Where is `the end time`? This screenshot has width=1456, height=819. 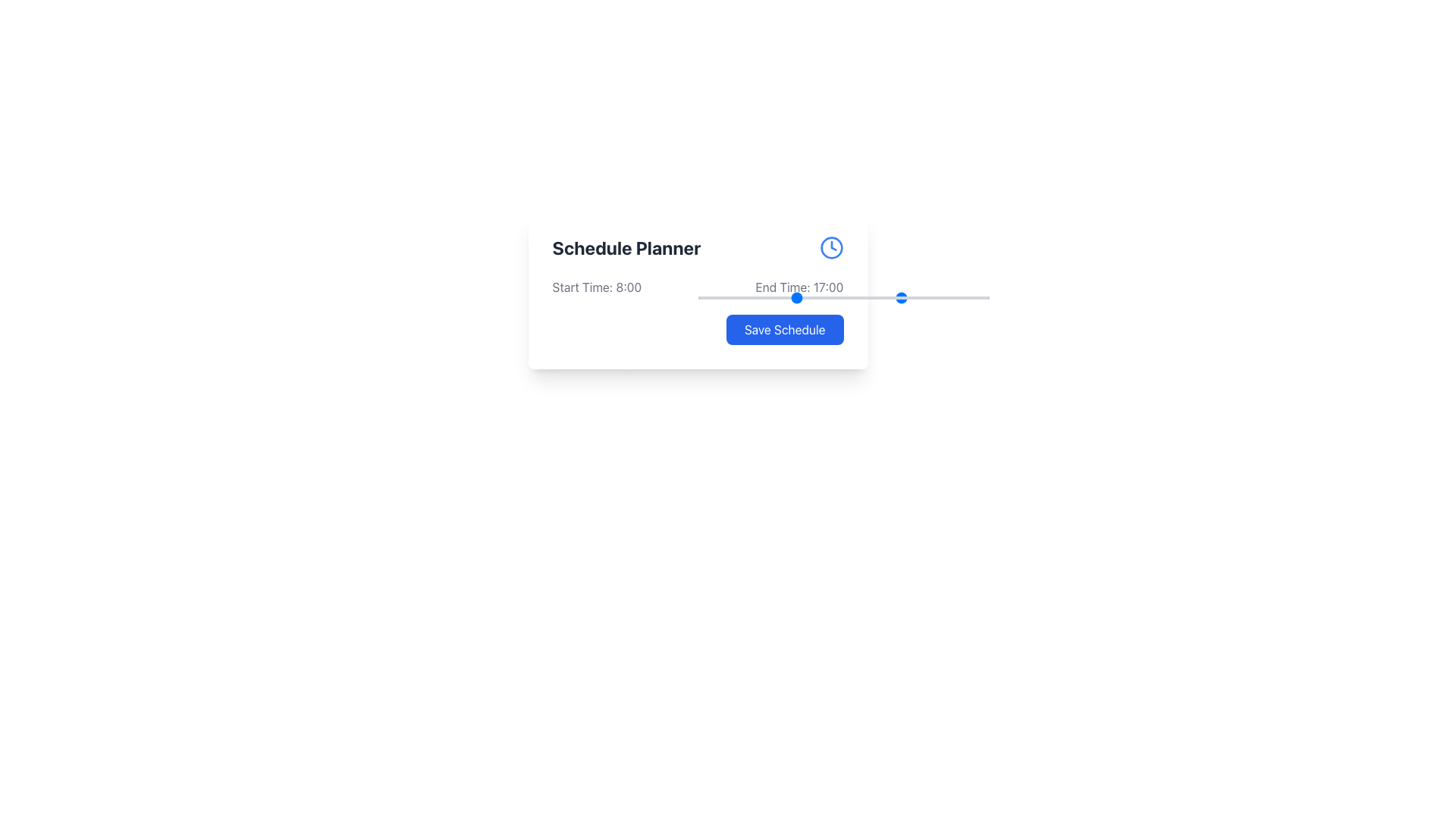
the end time is located at coordinates (830, 298).